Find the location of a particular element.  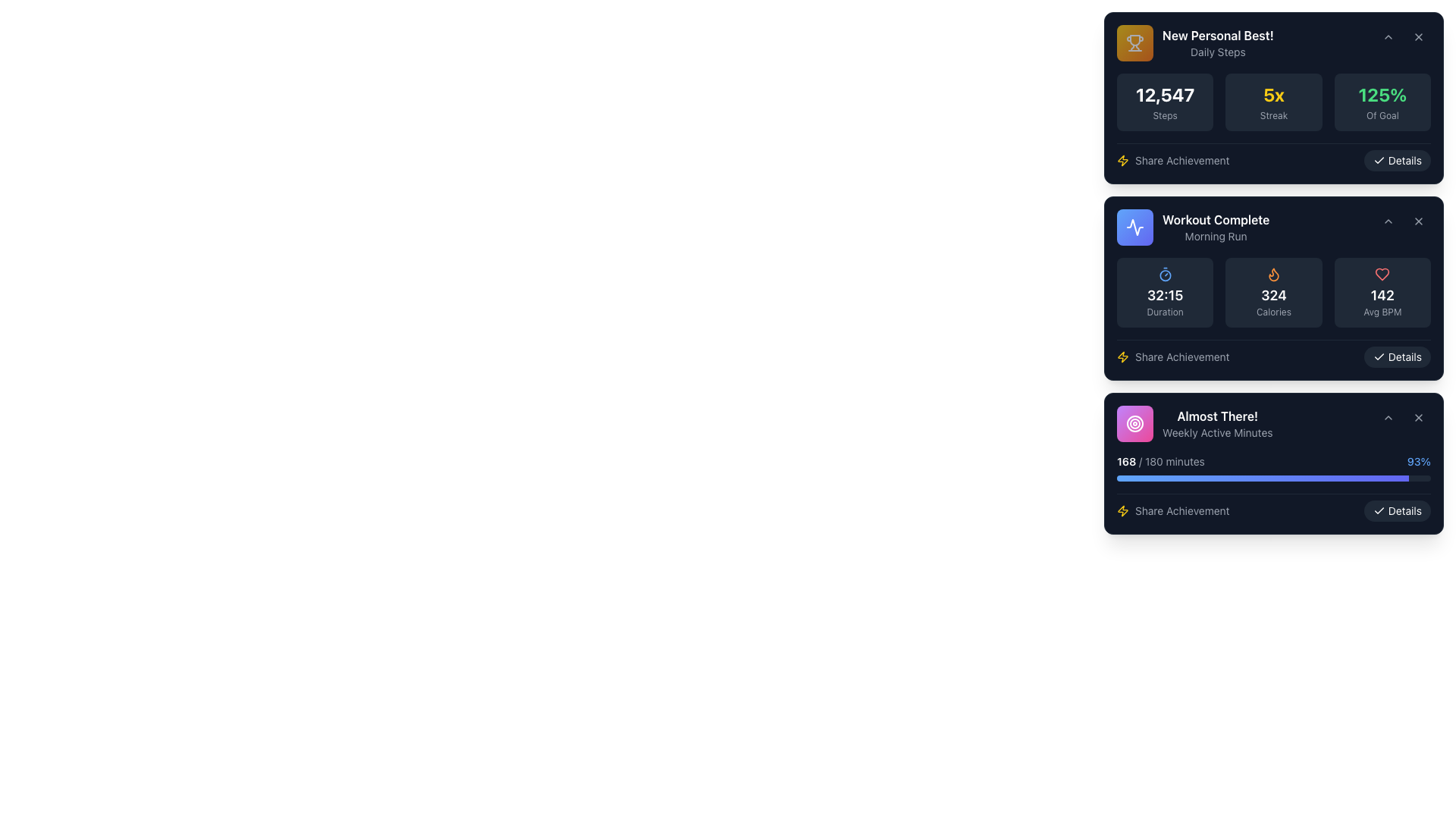

the Text Label with Icon located at the bottom-left section of the card layout is located at coordinates (1172, 161).